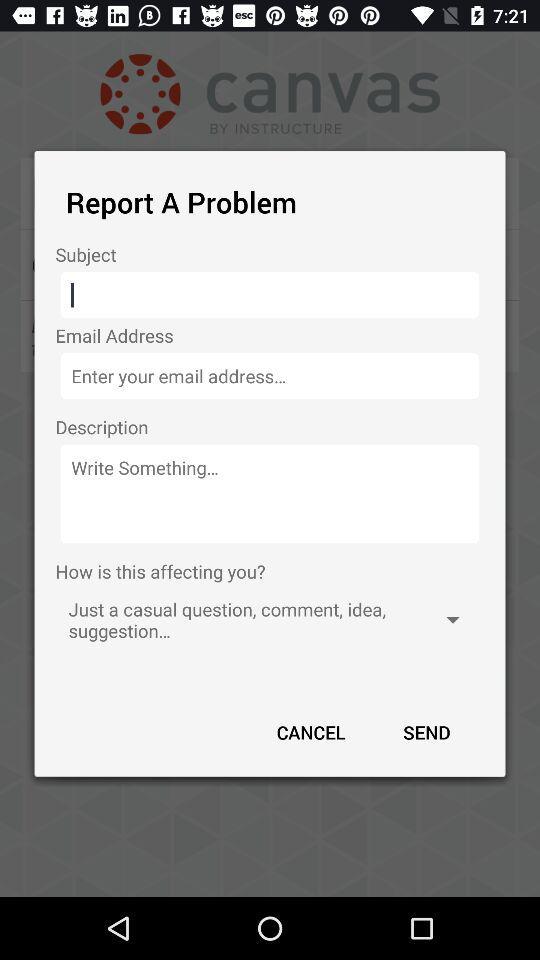 The width and height of the screenshot is (540, 960). Describe the element at coordinates (270, 493) in the screenshot. I see `input description` at that location.